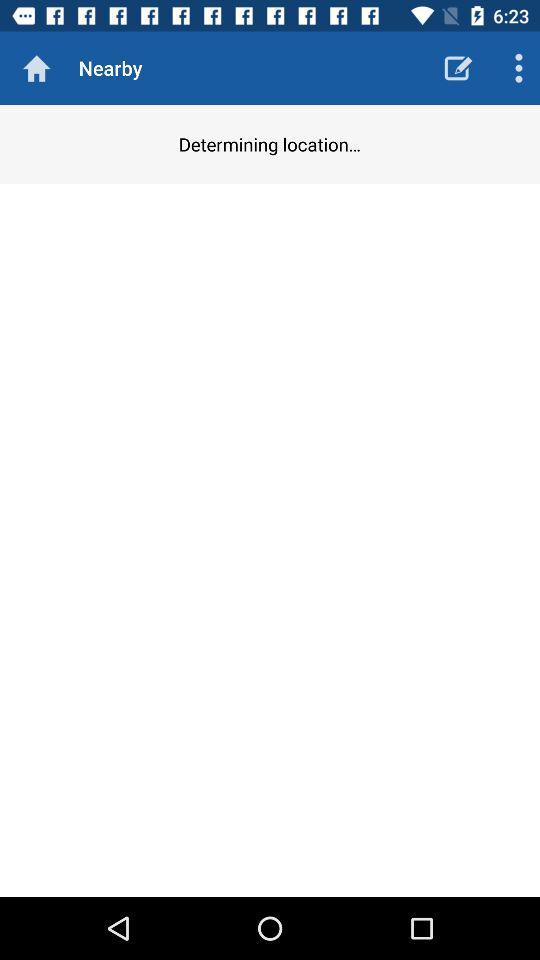  Describe the element at coordinates (458, 68) in the screenshot. I see `the item to the right of nearby icon` at that location.